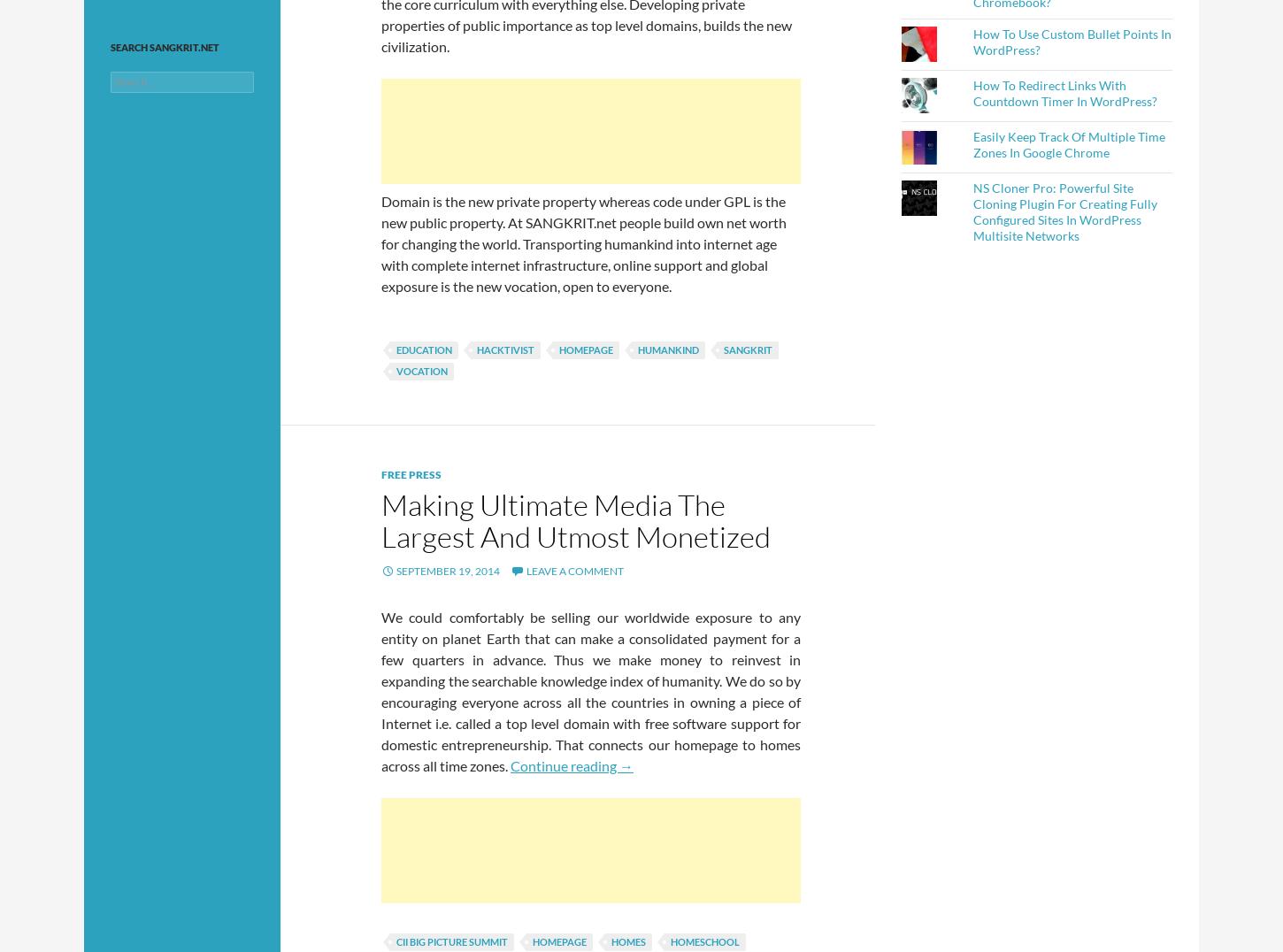 Image resolution: width=1283 pixels, height=952 pixels. I want to click on 'cii big picture summit', so click(451, 941).